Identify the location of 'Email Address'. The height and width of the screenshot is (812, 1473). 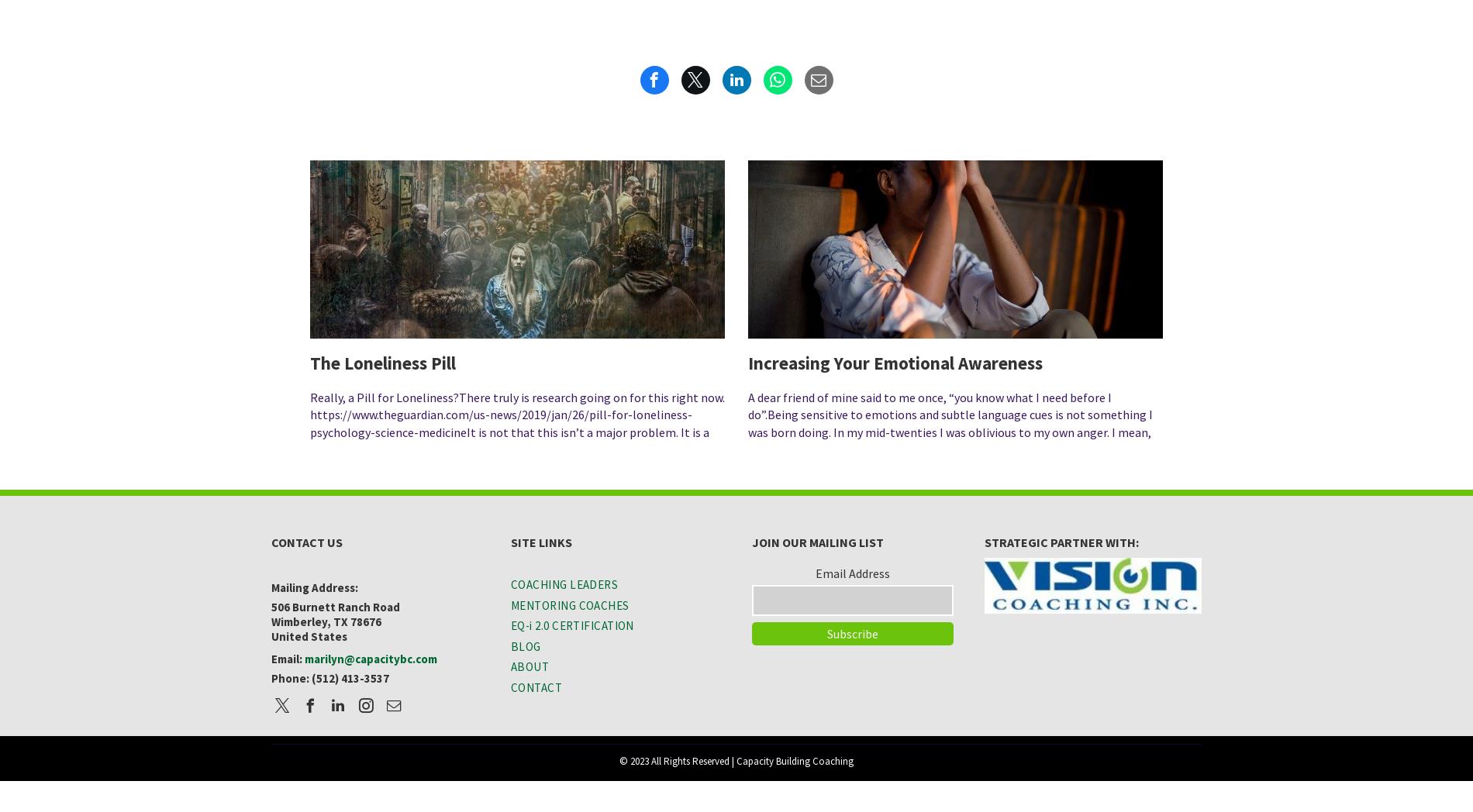
(852, 572).